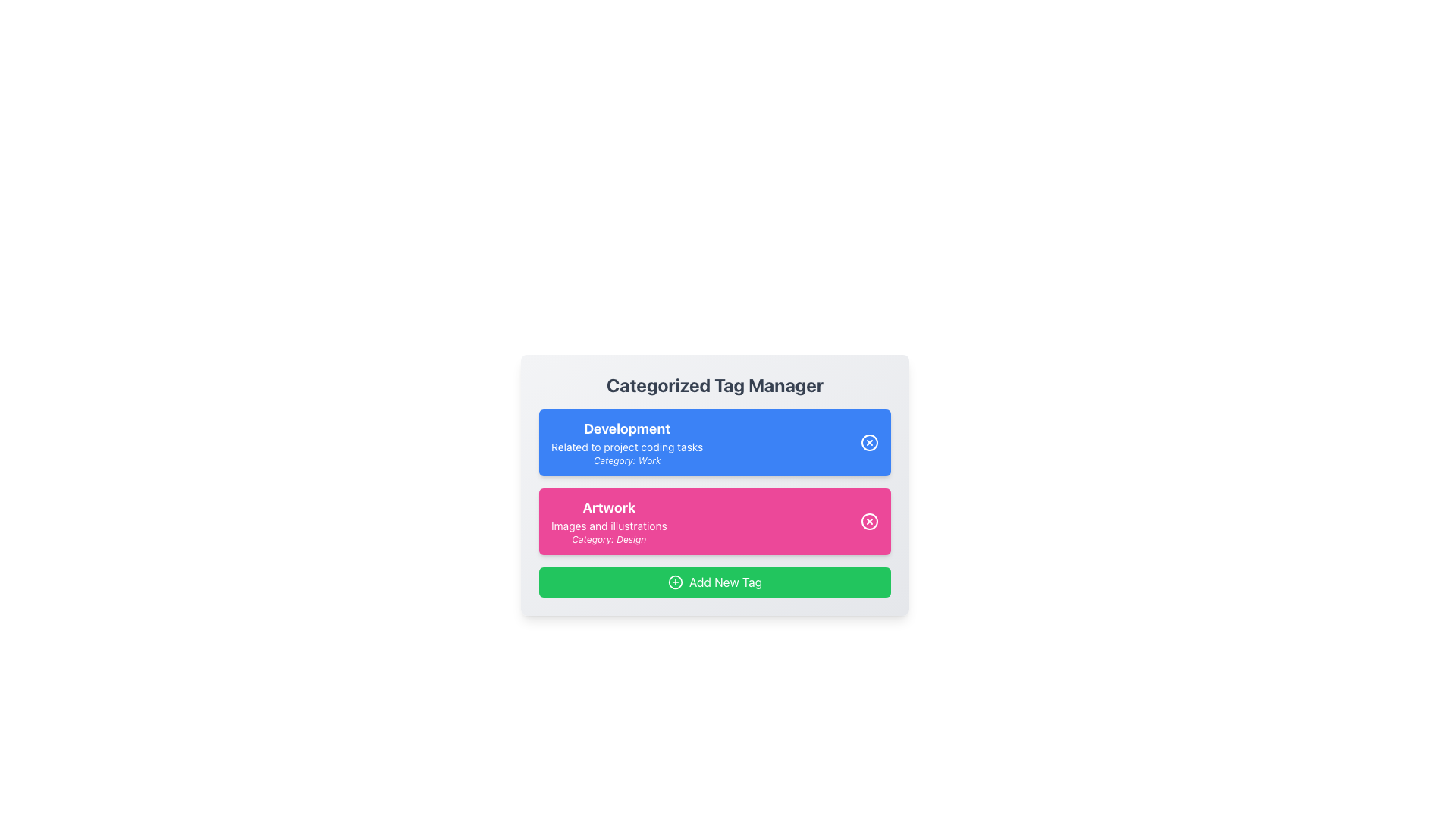 The height and width of the screenshot is (819, 1456). What do you see at coordinates (714, 581) in the screenshot?
I see `the button located at the bottom of the 'Categorized Tag Manager' card component` at bounding box center [714, 581].